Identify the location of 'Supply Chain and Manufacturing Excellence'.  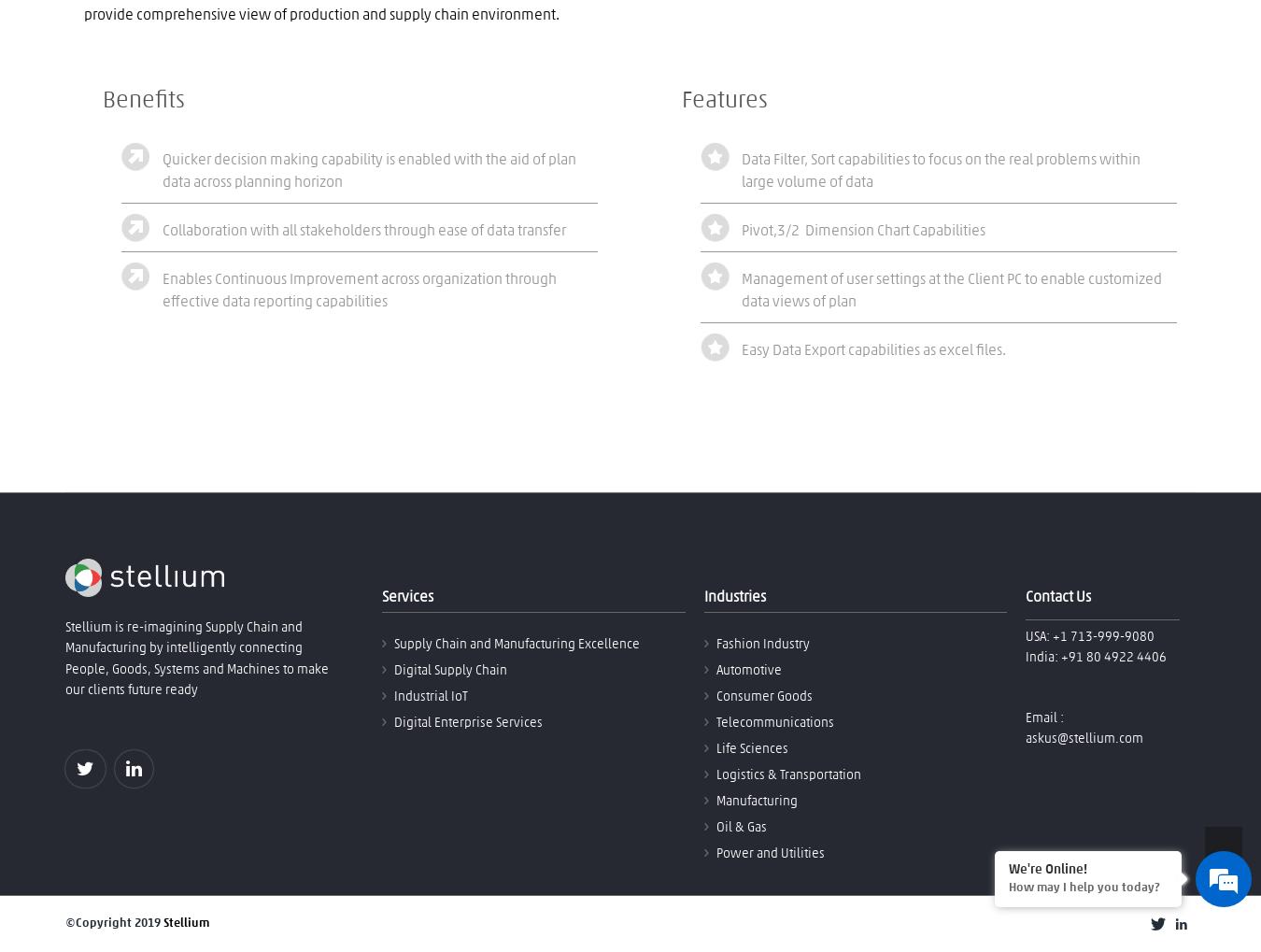
(516, 643).